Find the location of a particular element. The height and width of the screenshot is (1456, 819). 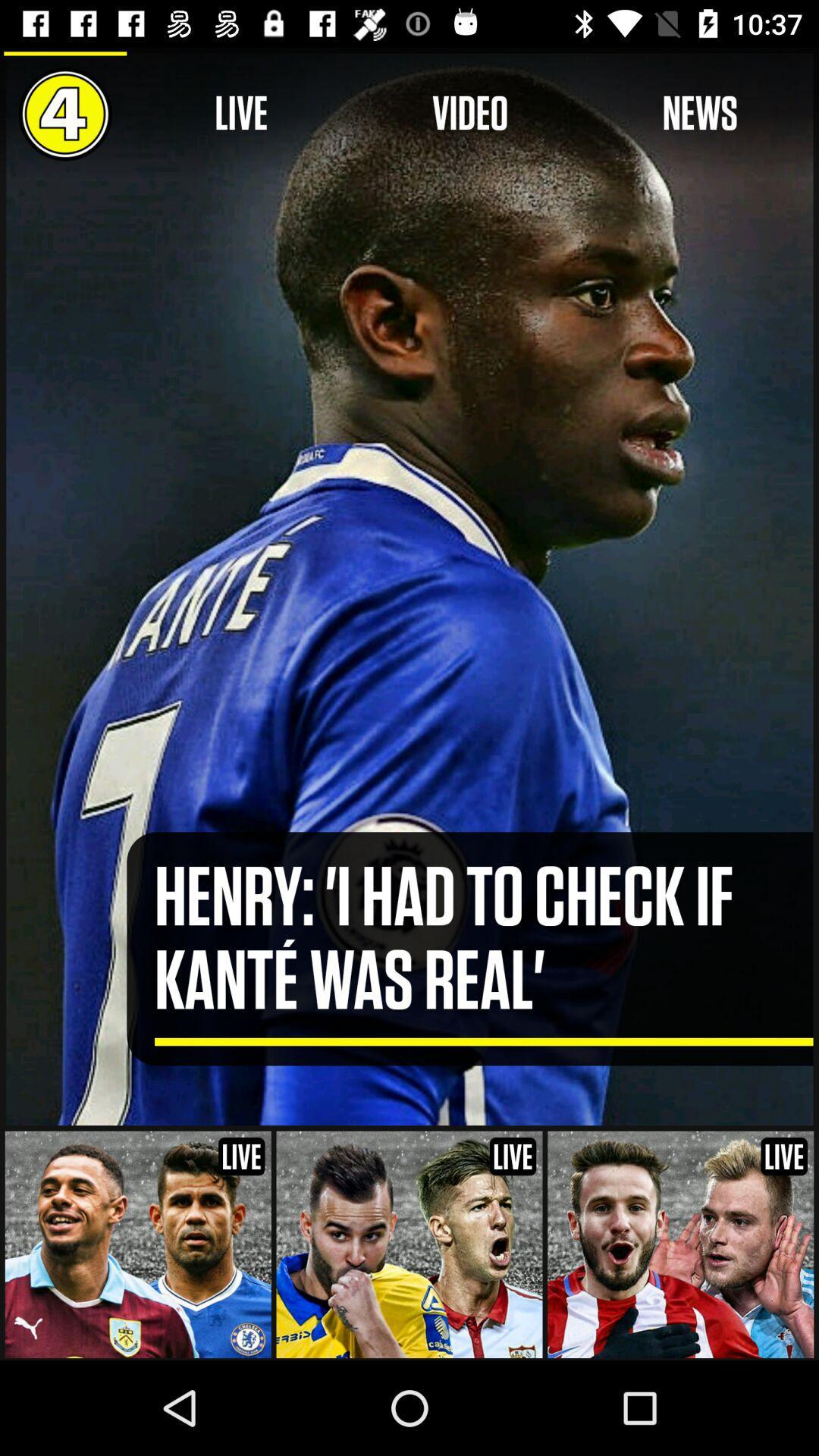

the item to the left of the news app is located at coordinates (469, 113).